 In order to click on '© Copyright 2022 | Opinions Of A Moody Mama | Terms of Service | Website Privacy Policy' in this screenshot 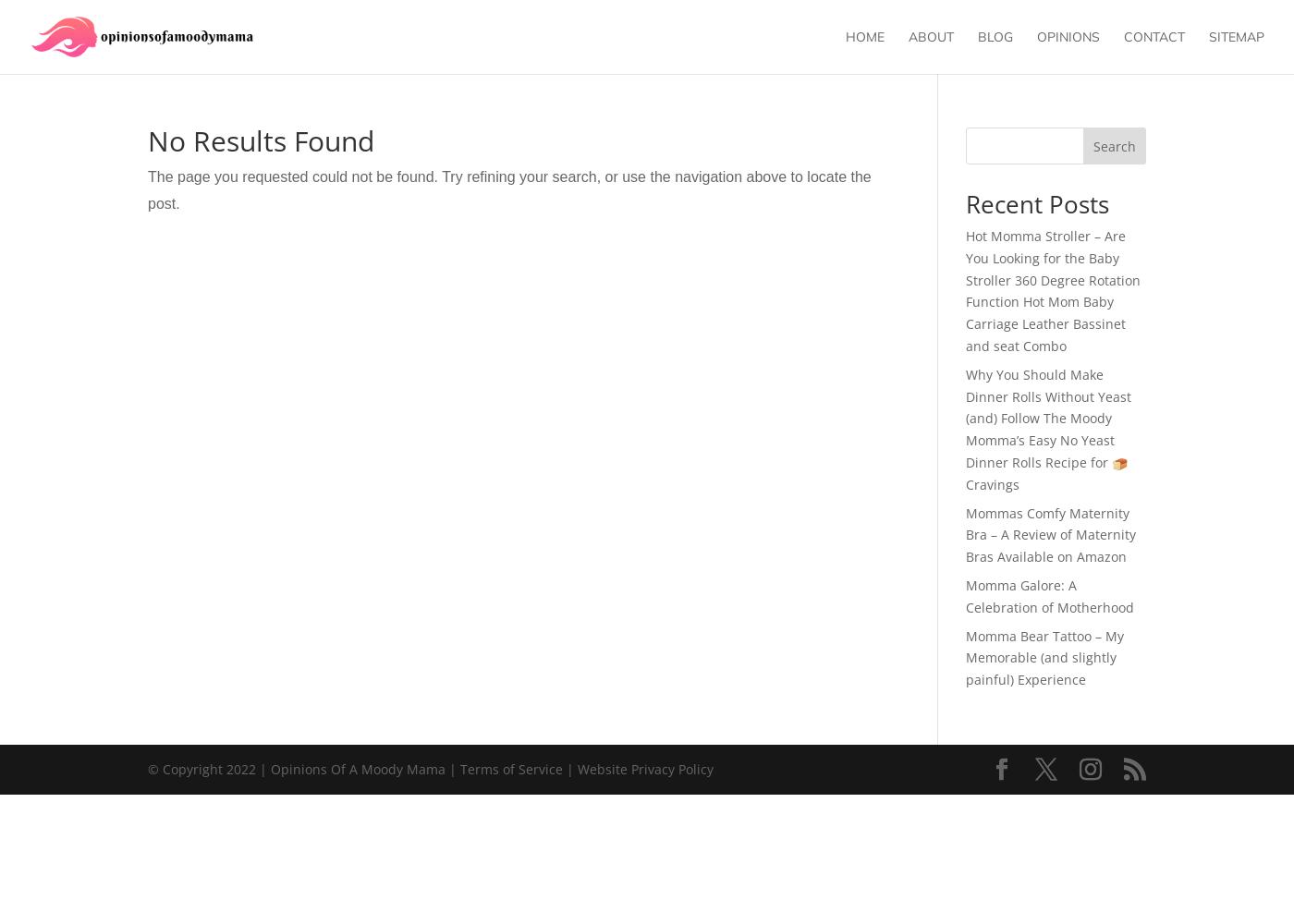, I will do `click(431, 767)`.